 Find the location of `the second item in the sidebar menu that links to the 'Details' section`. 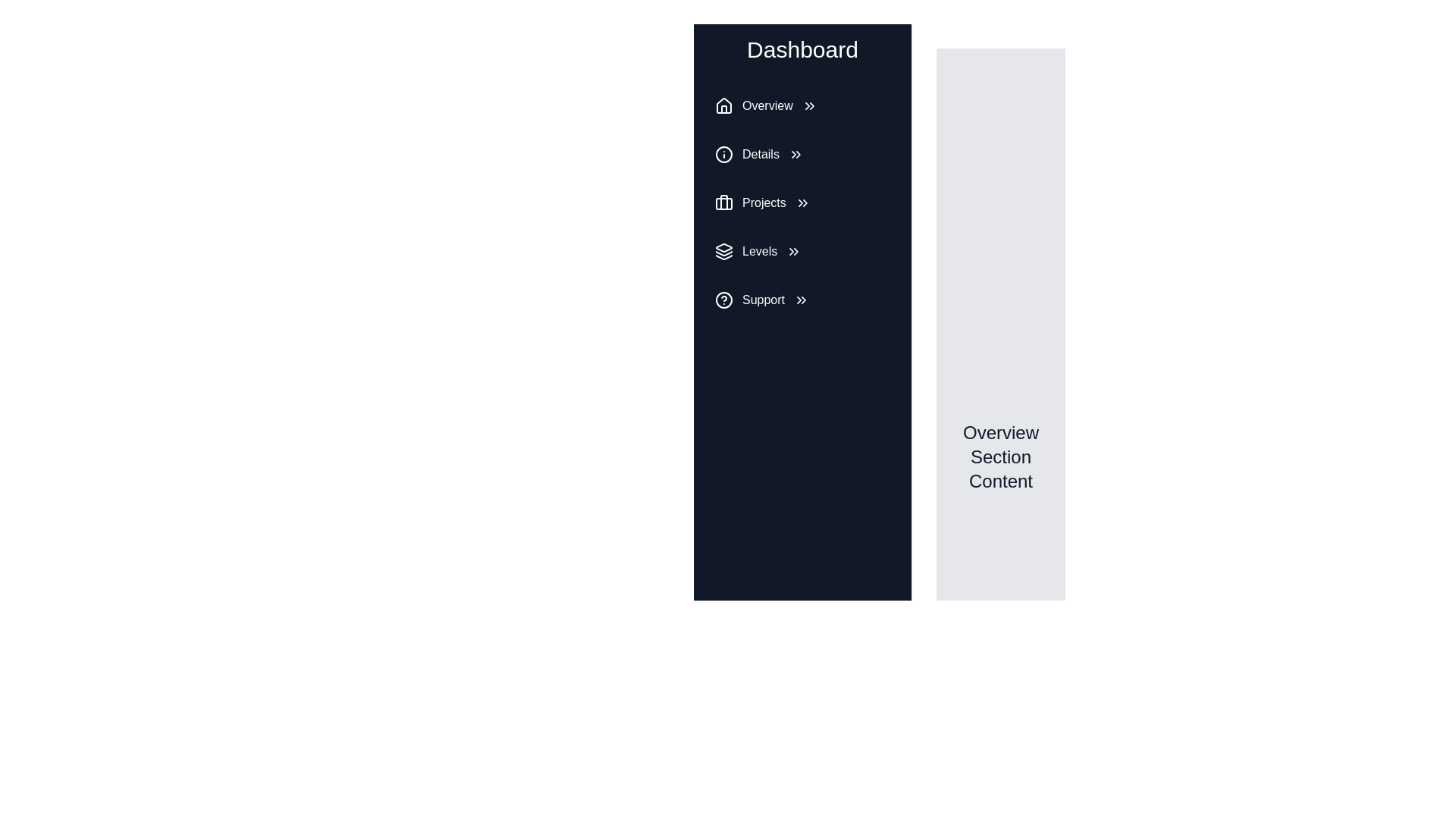

the second item in the sidebar menu that links to the 'Details' section is located at coordinates (802, 155).